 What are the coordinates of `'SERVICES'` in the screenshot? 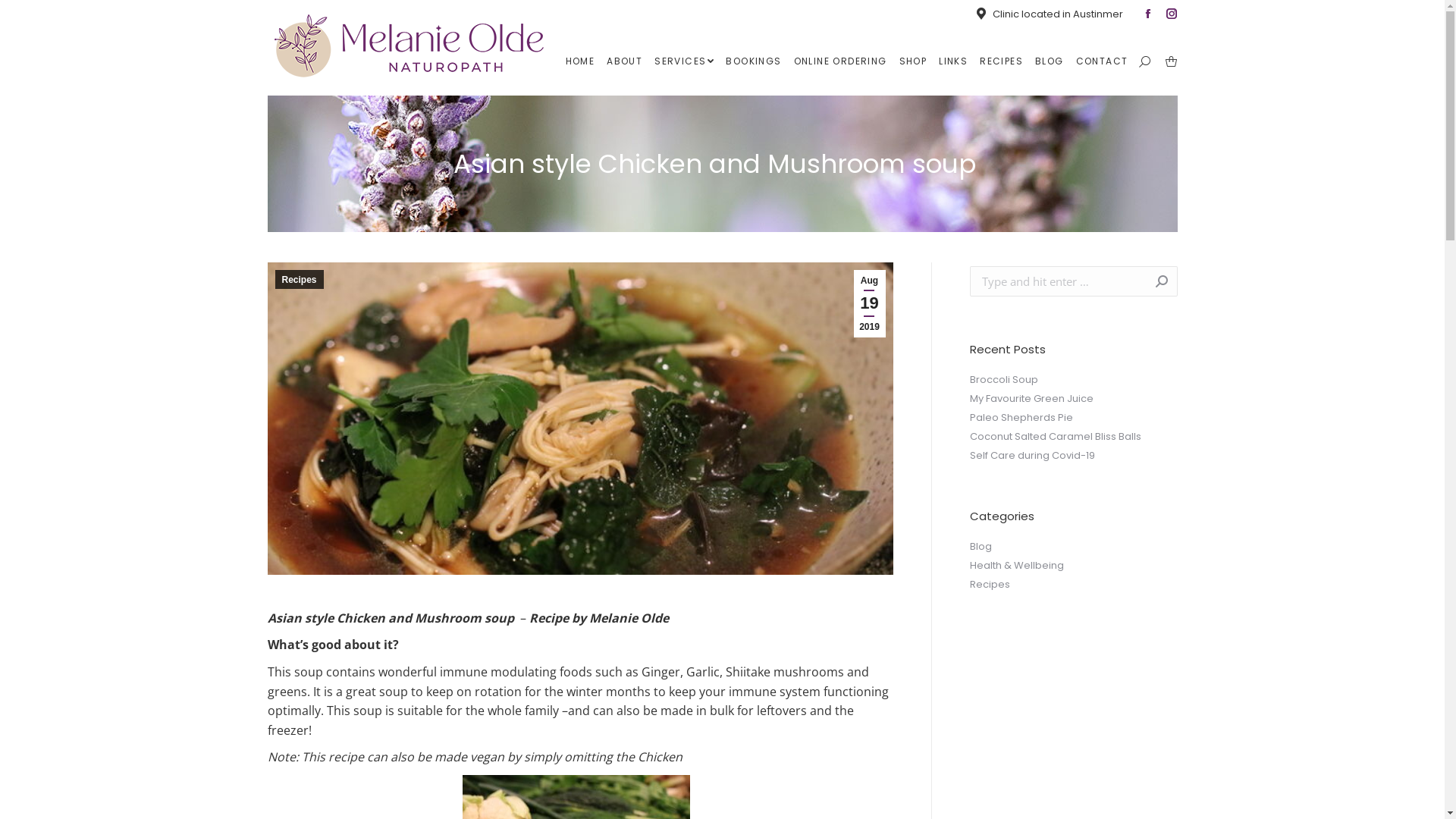 It's located at (683, 61).